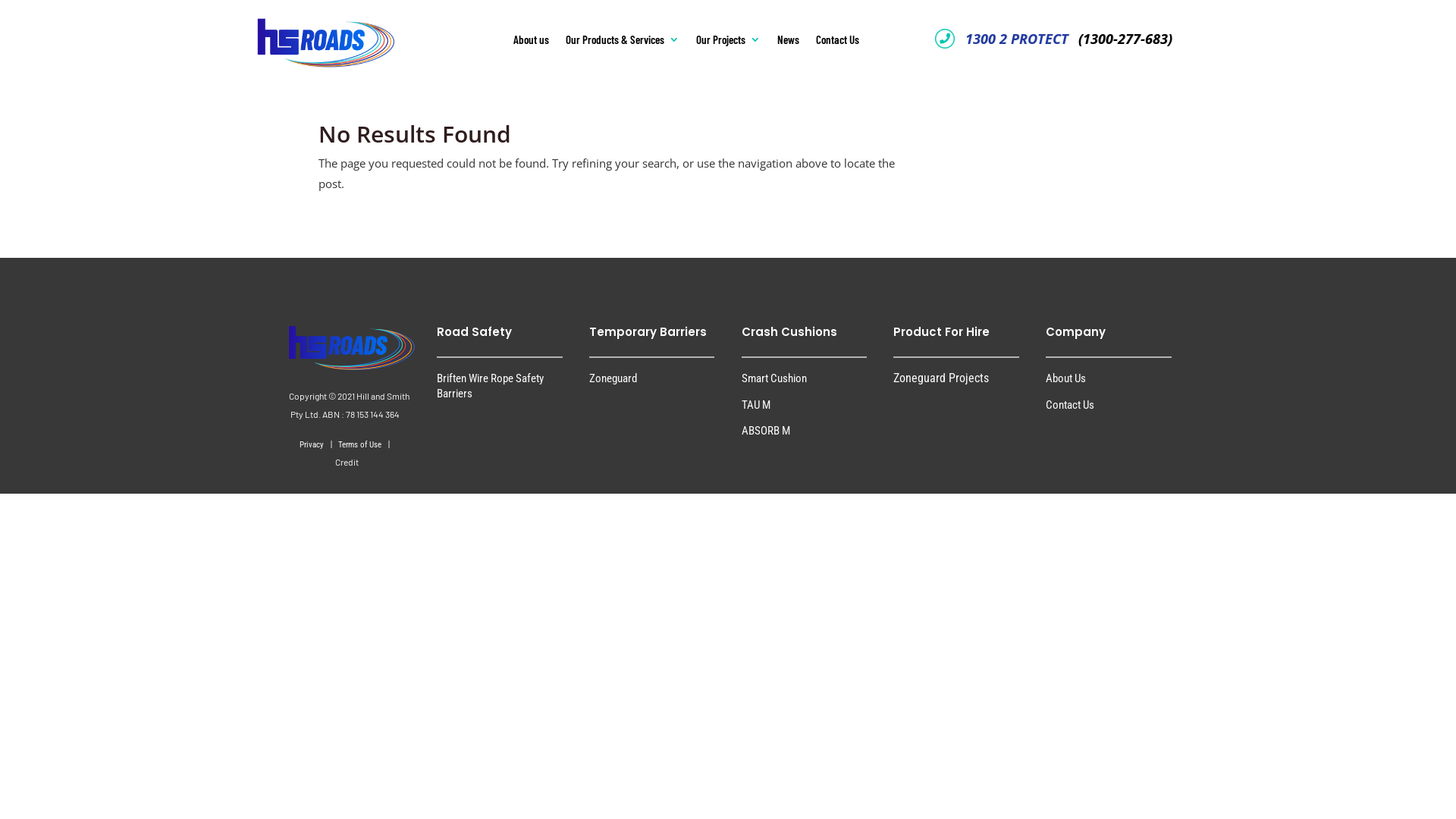 The width and height of the screenshot is (1456, 819). I want to click on 'Contact Us', so click(814, 42).